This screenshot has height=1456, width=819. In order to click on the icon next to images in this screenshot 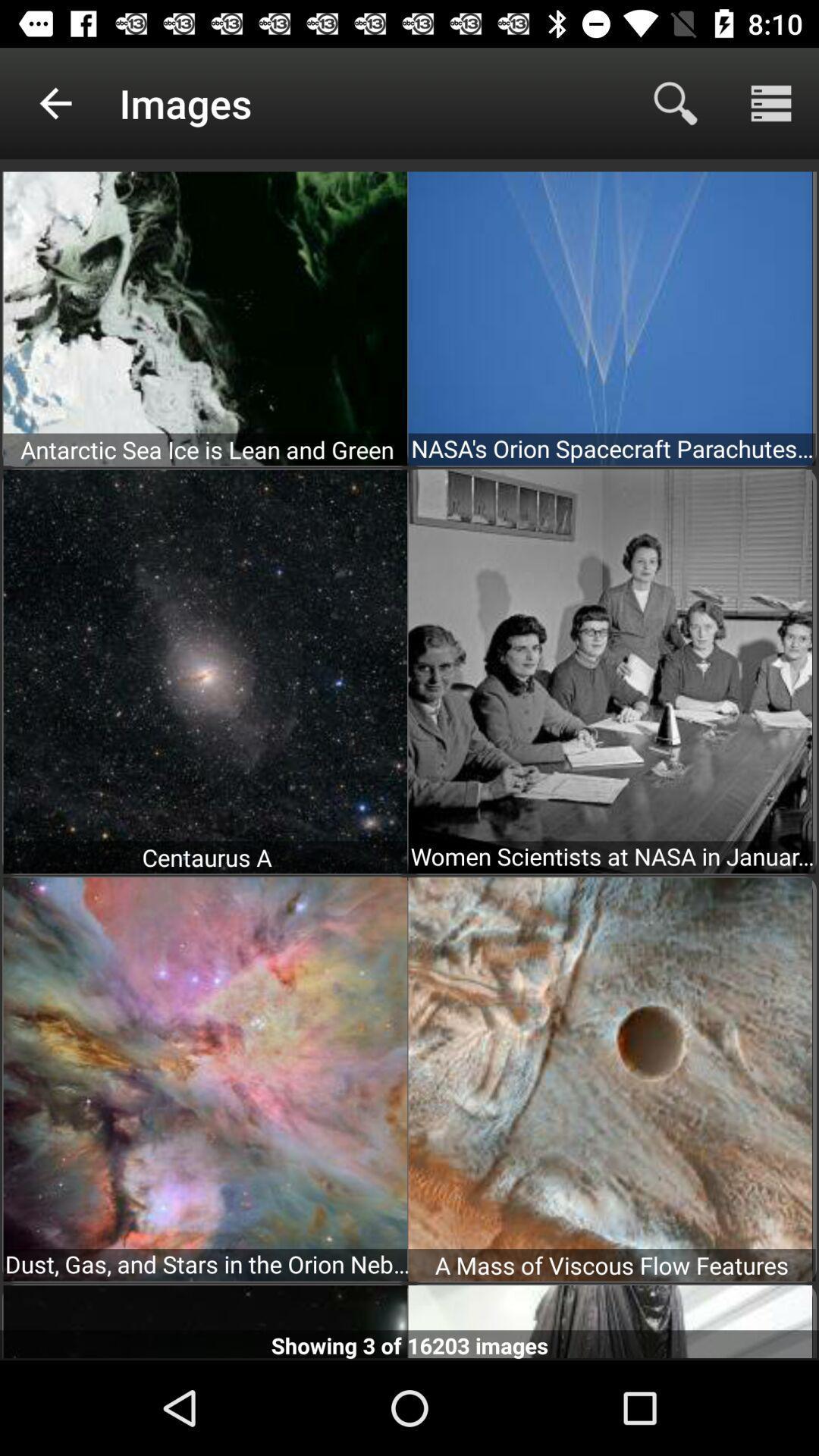, I will do `click(55, 102)`.